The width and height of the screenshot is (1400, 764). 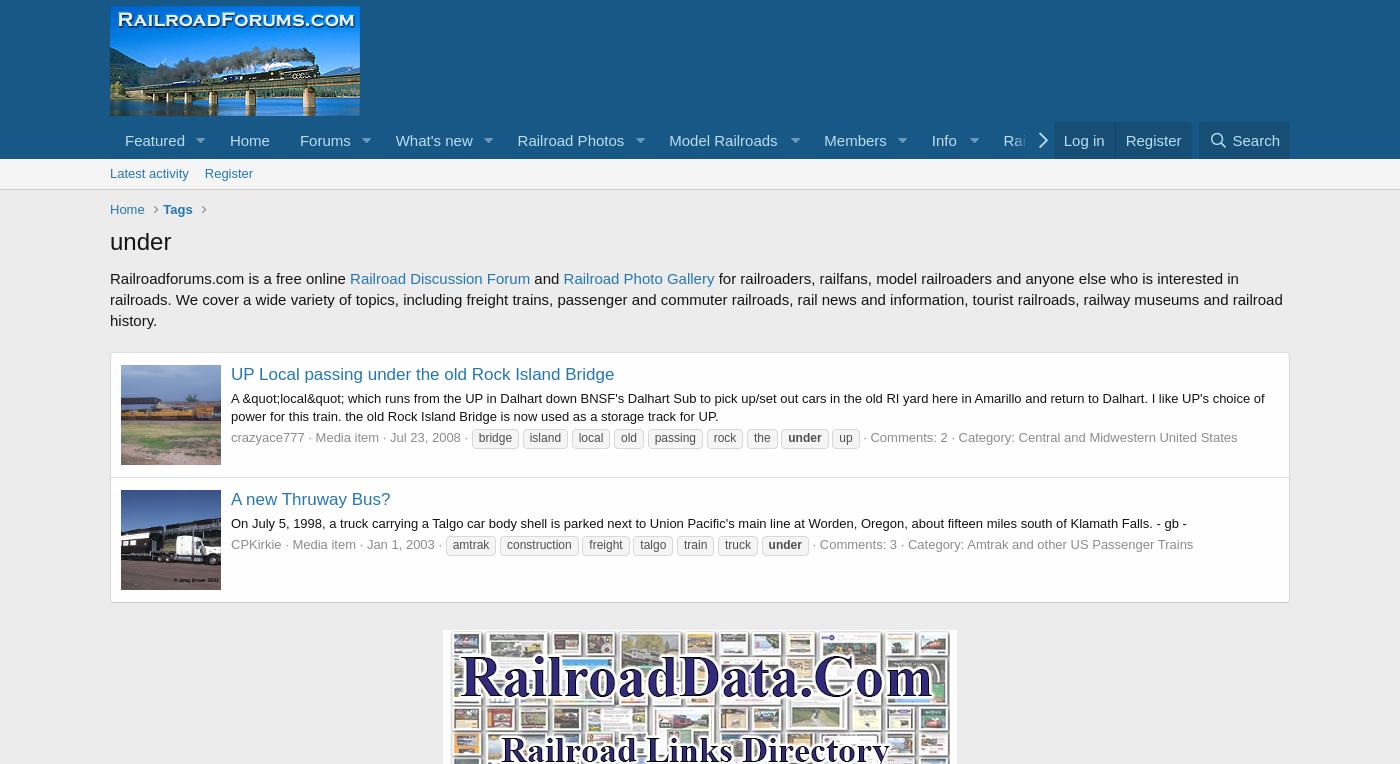 What do you see at coordinates (256, 544) in the screenshot?
I see `'CPKirkie'` at bounding box center [256, 544].